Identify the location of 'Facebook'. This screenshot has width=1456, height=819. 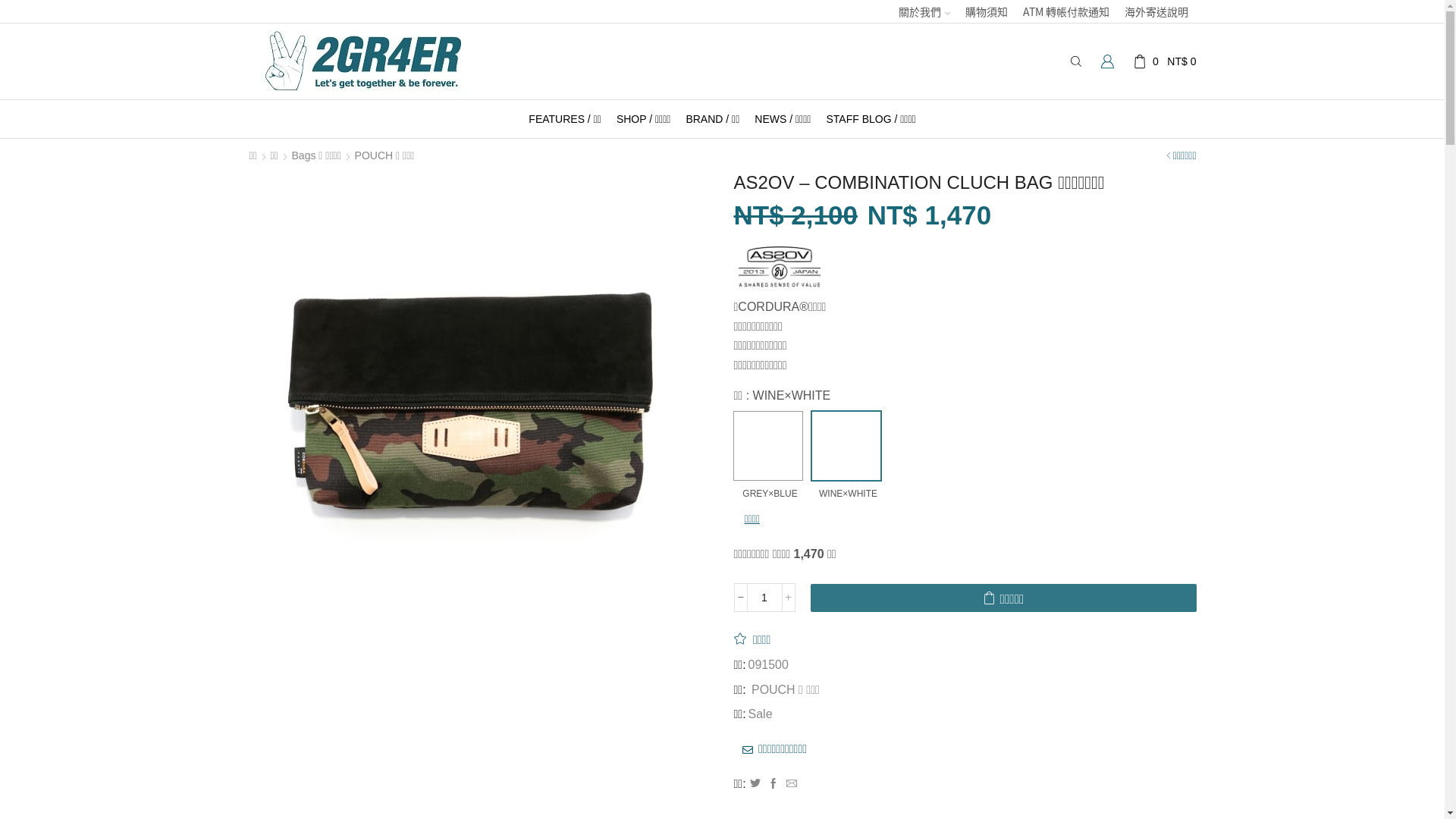
(773, 783).